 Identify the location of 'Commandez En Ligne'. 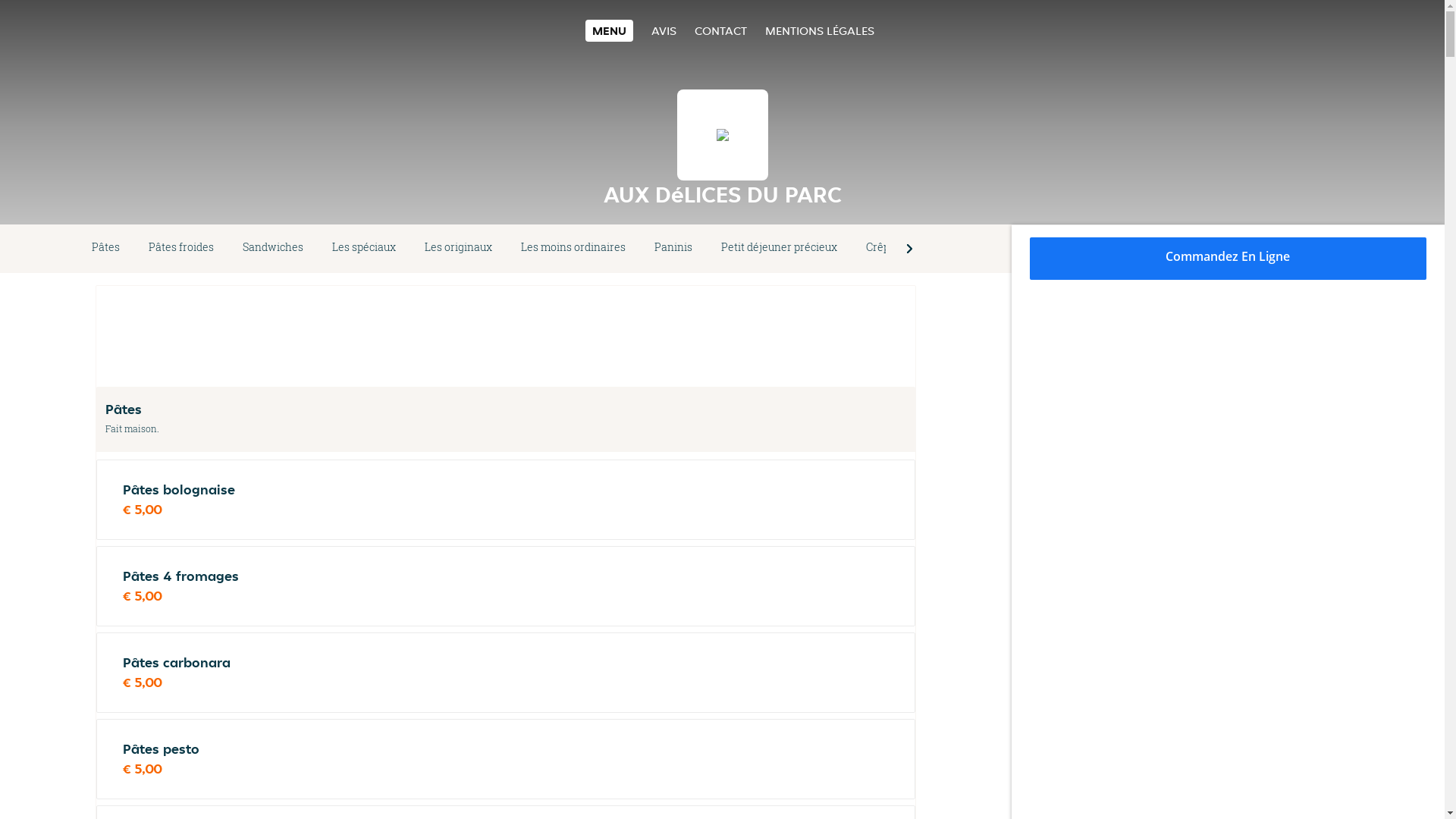
(1228, 257).